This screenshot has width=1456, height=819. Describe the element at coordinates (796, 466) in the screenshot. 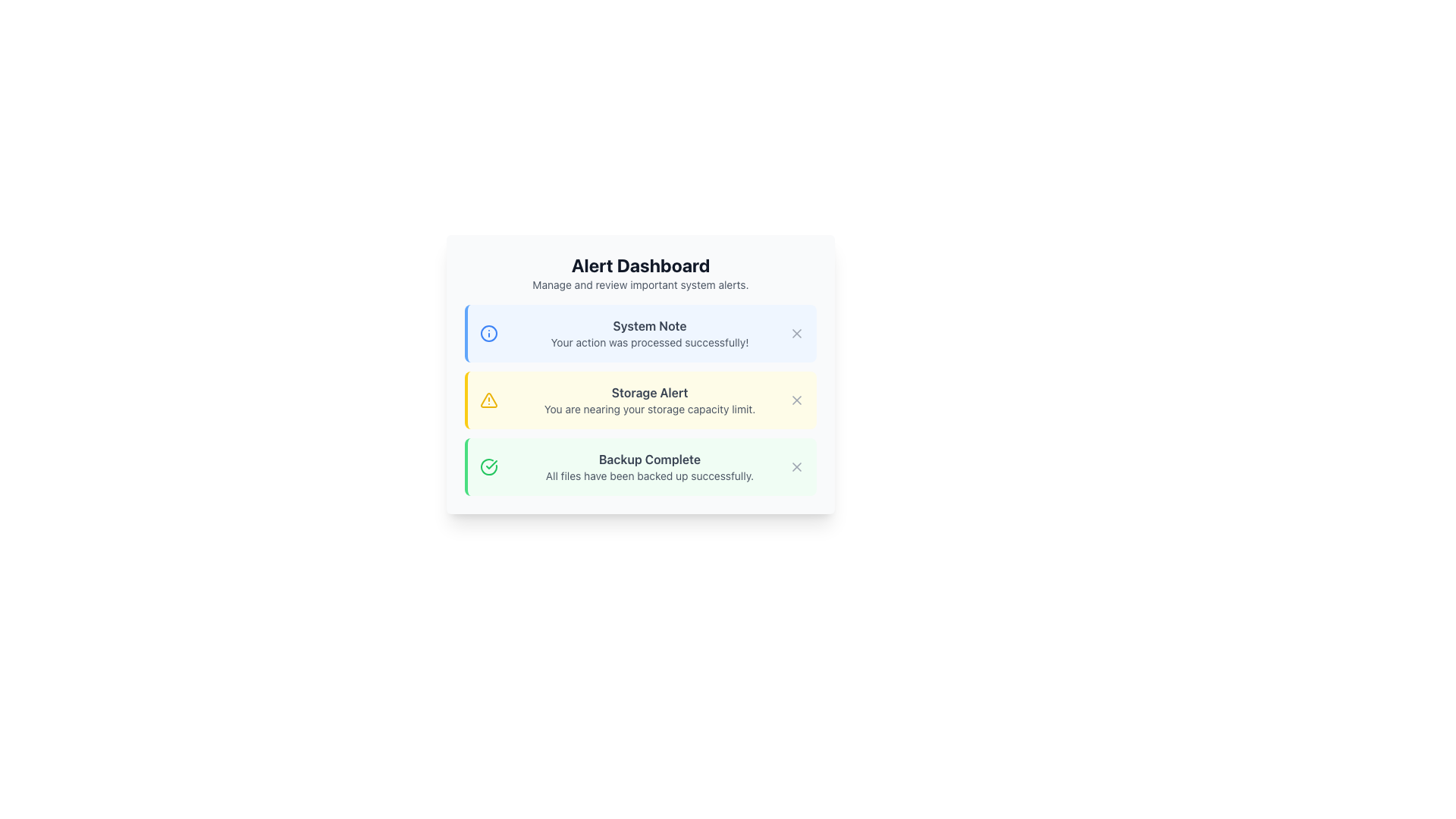

I see `the close icon of the 'Backup Complete' alert` at that location.